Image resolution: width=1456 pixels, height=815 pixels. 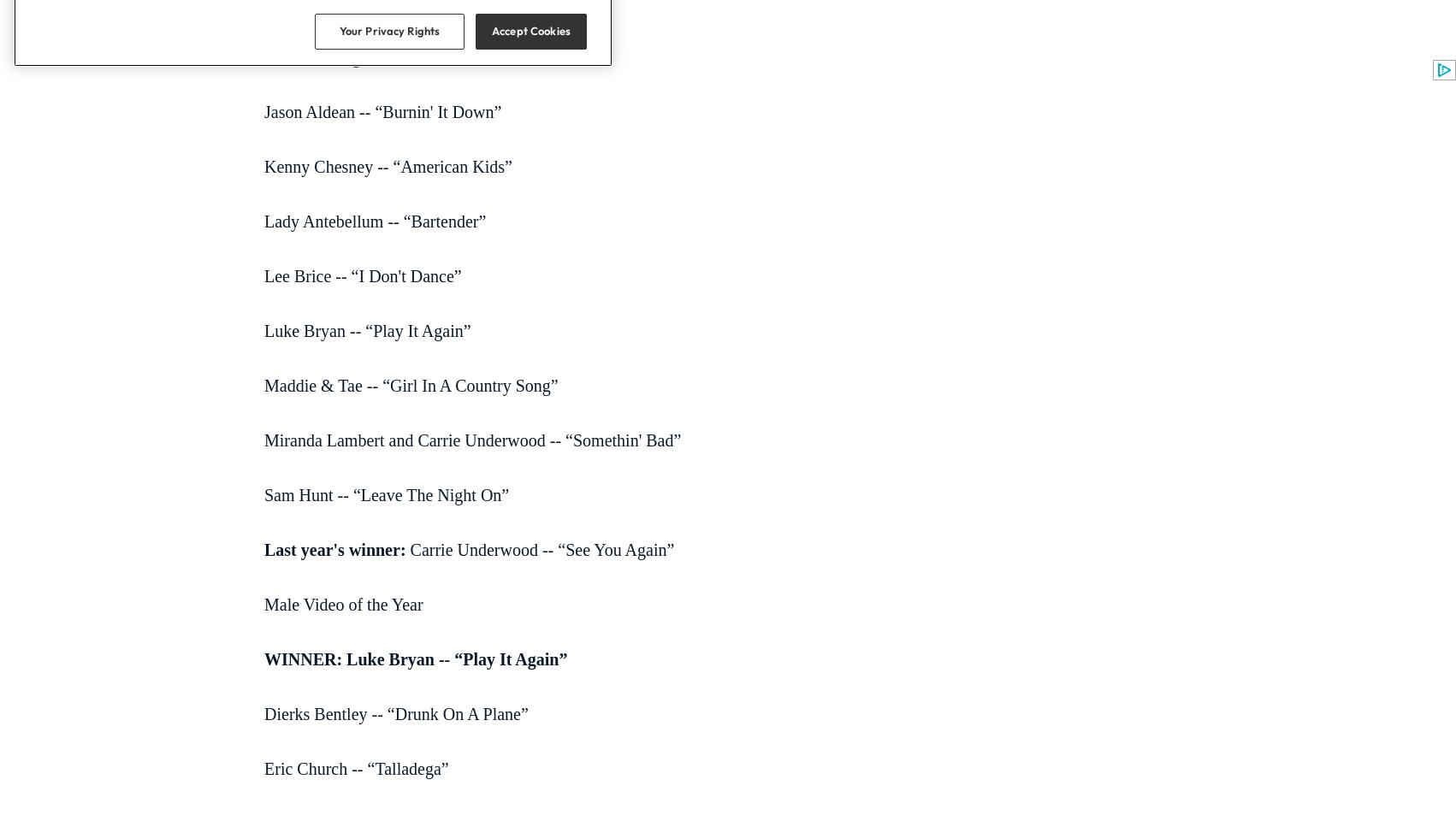 What do you see at coordinates (394, 712) in the screenshot?
I see `'Dierks Bentley -- “Drunk On A Plane”'` at bounding box center [394, 712].